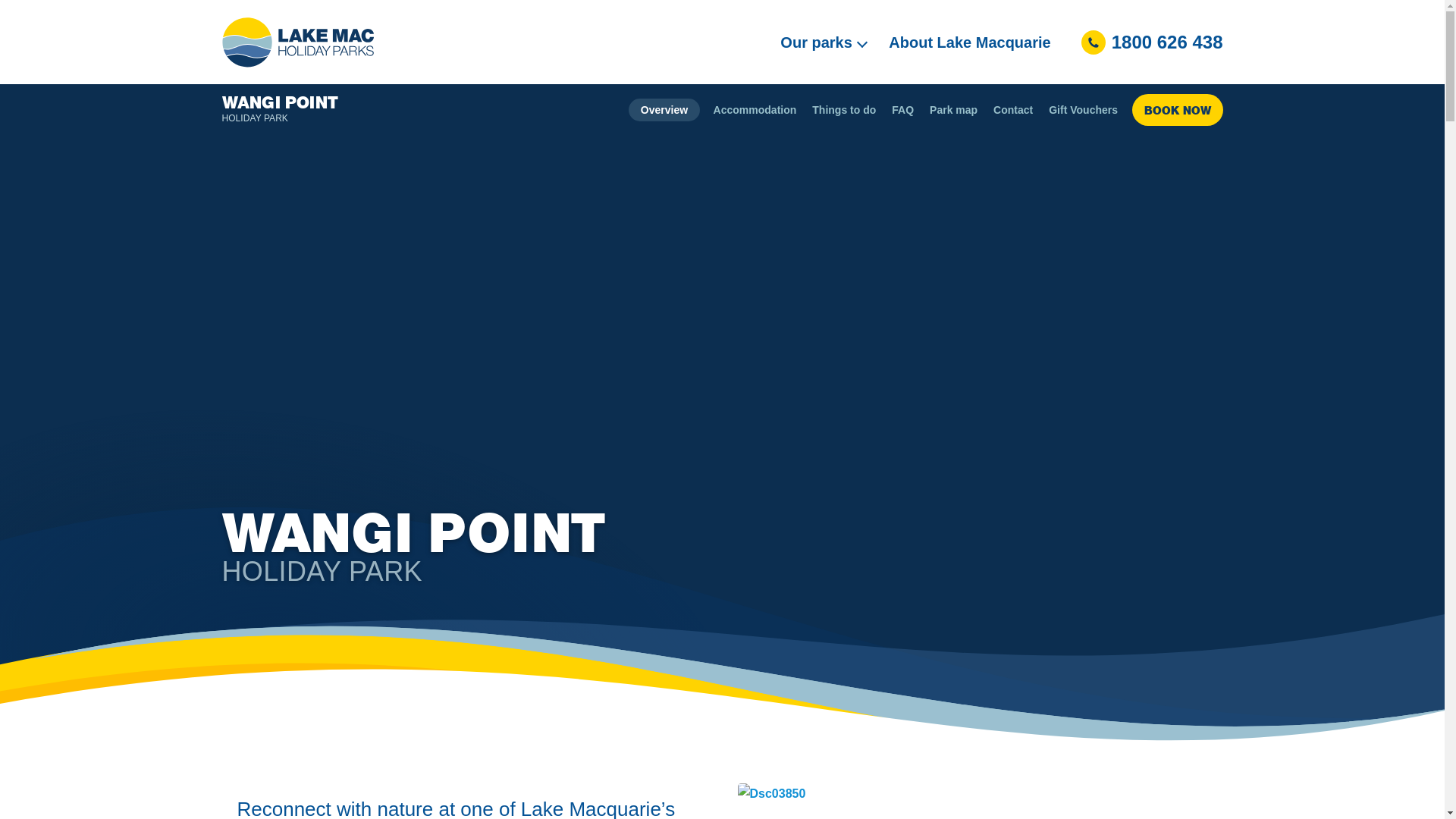 This screenshot has width=1456, height=819. What do you see at coordinates (822, 40) in the screenshot?
I see `'Our parks'` at bounding box center [822, 40].